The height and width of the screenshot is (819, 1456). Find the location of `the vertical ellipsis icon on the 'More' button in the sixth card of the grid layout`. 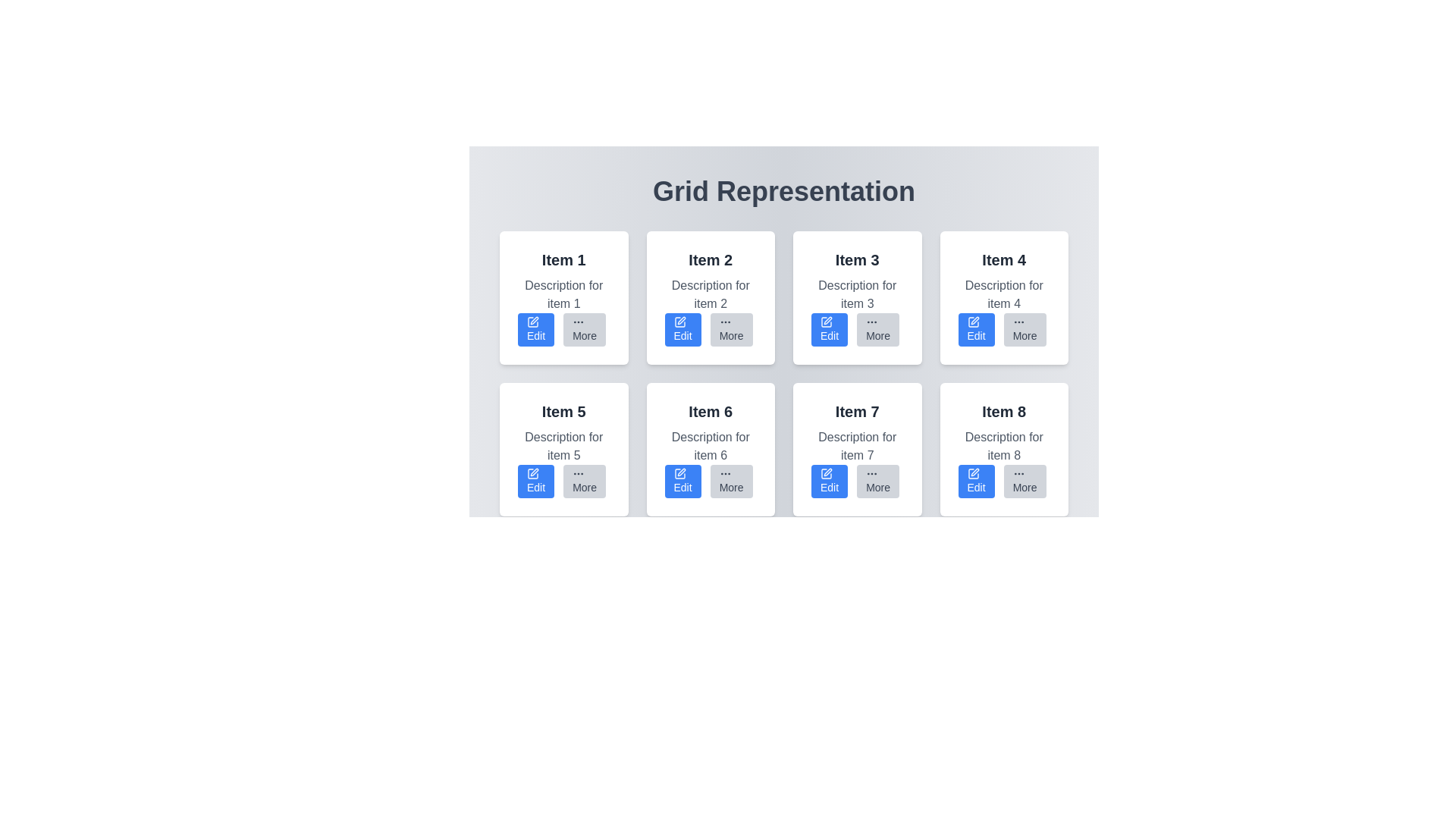

the vertical ellipsis icon on the 'More' button in the sixth card of the grid layout is located at coordinates (578, 472).